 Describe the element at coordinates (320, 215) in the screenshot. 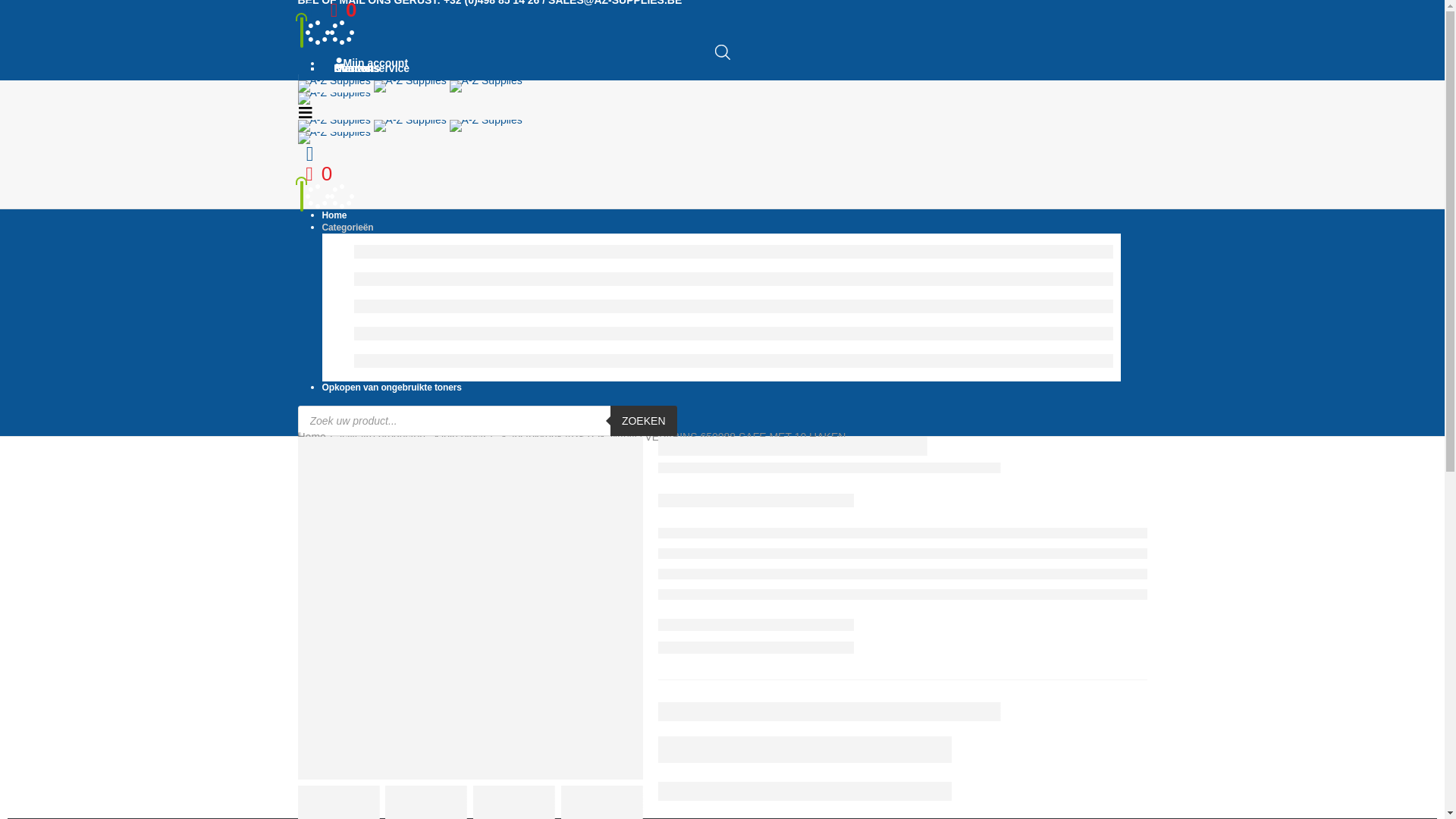

I see `'Home'` at that location.